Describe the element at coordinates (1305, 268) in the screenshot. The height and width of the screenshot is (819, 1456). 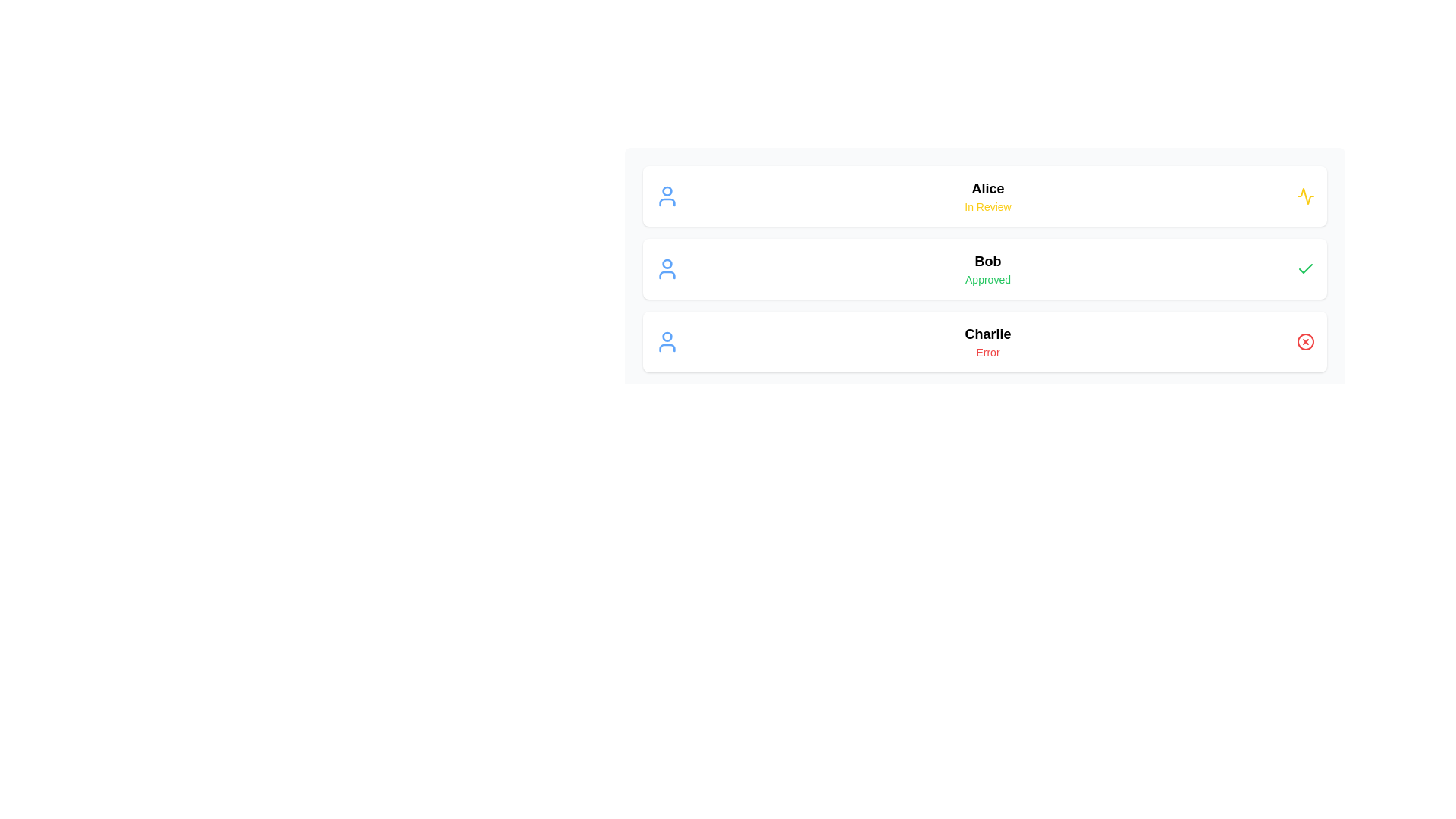
I see `the approval icon located in the second row of an inline list, positioned to the right of the 'Bob' label and 'Approved' status text` at that location.